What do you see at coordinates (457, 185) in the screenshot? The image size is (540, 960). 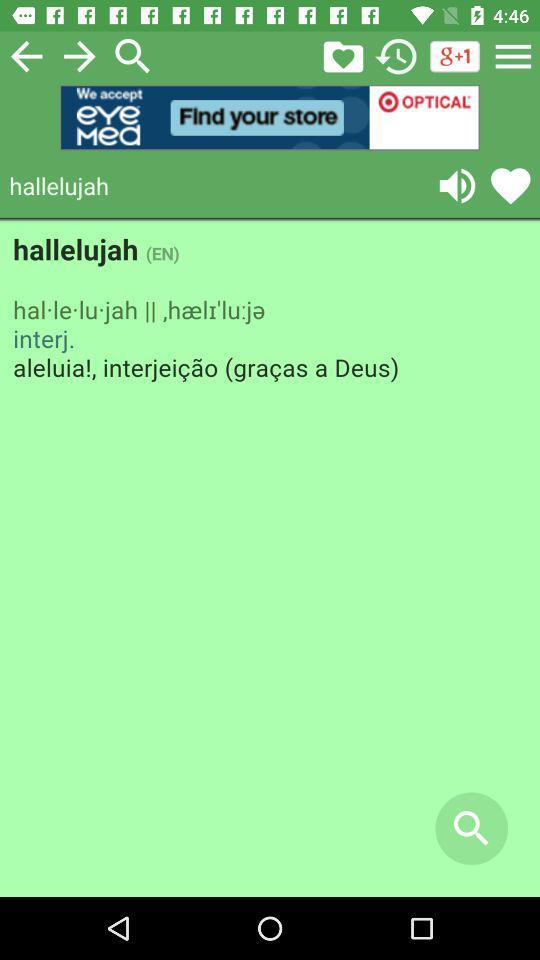 I see `the volume icon` at bounding box center [457, 185].